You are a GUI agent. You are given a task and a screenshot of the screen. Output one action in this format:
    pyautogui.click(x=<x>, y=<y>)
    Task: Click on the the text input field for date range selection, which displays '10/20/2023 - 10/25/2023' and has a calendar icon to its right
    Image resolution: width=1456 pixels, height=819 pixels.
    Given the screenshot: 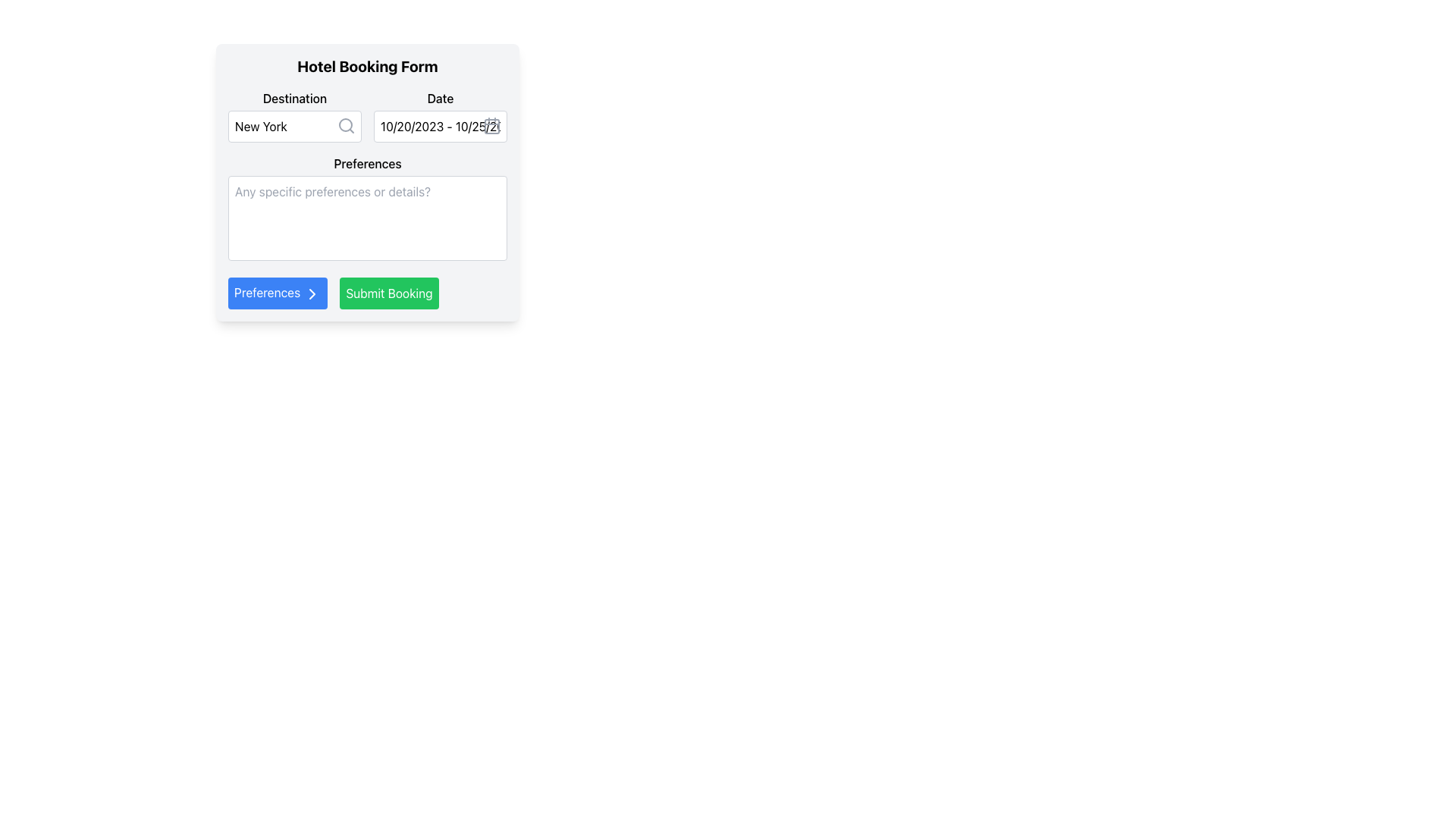 What is the action you would take?
    pyautogui.click(x=439, y=125)
    